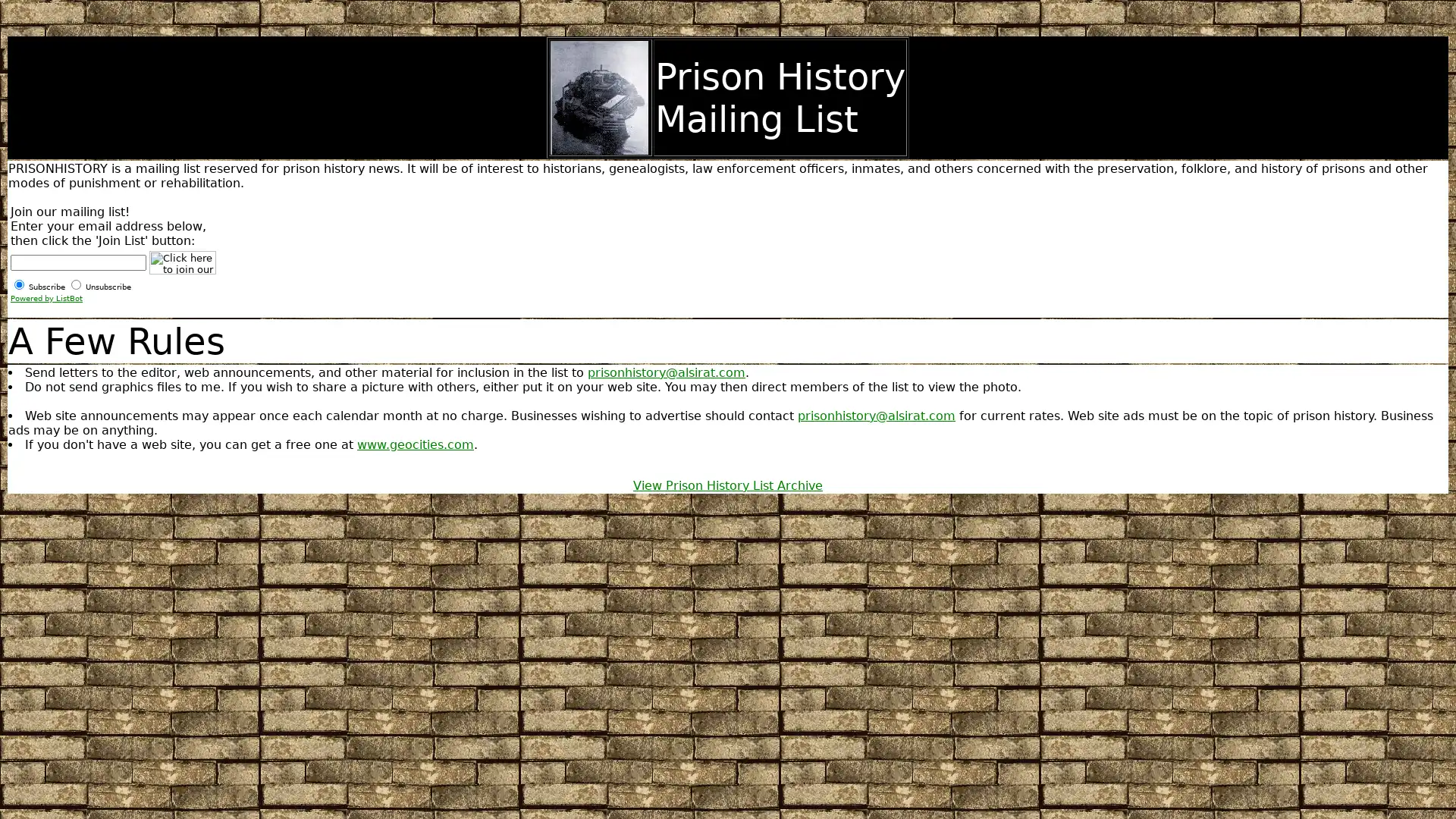 The width and height of the screenshot is (1456, 819). Describe the element at coordinates (182, 262) in the screenshot. I see `Click here to join our mailing list!` at that location.